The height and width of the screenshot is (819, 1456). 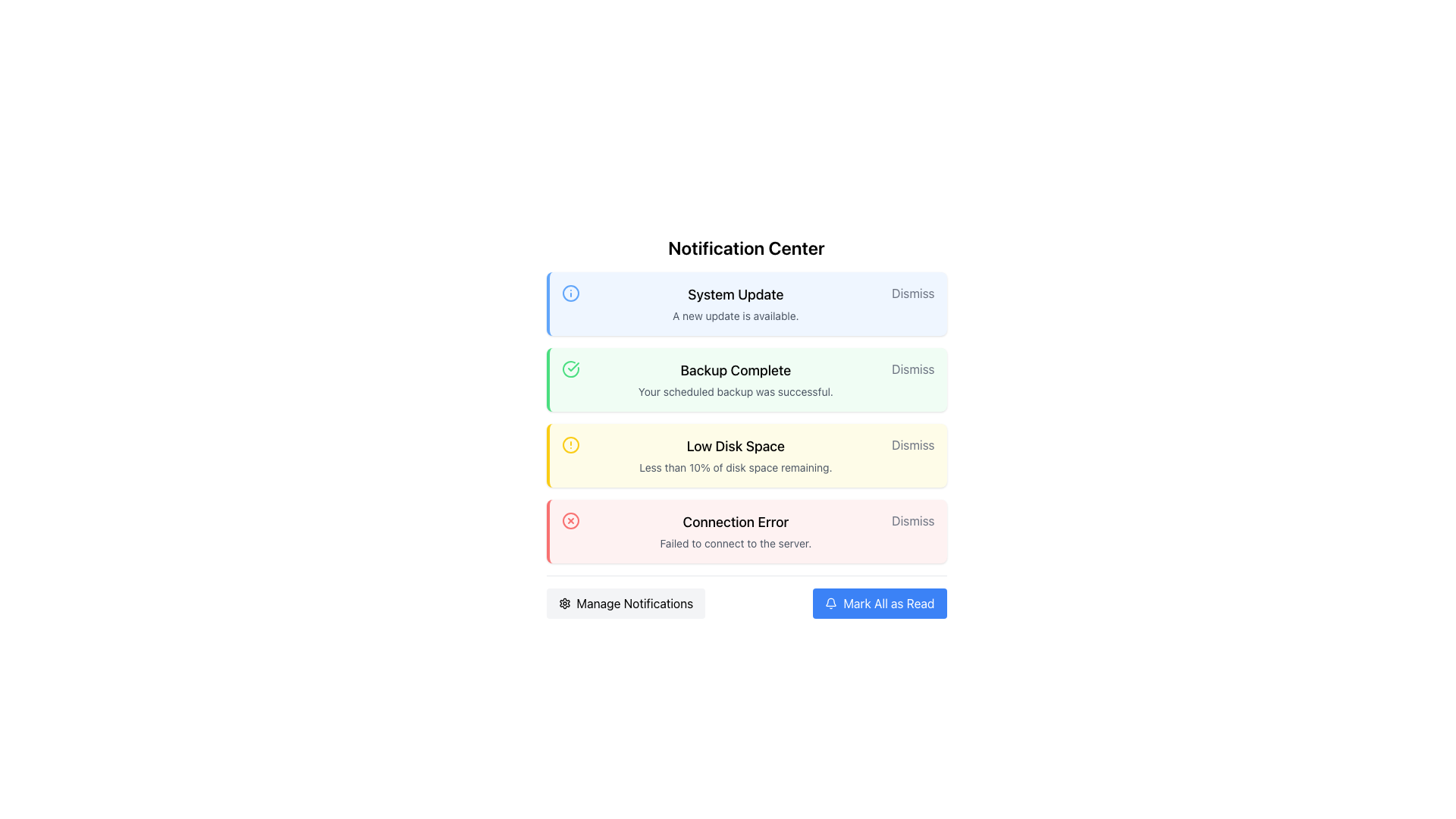 What do you see at coordinates (912, 293) in the screenshot?
I see `the close button located at the top-right corner of the 'System Update' notification card` at bounding box center [912, 293].